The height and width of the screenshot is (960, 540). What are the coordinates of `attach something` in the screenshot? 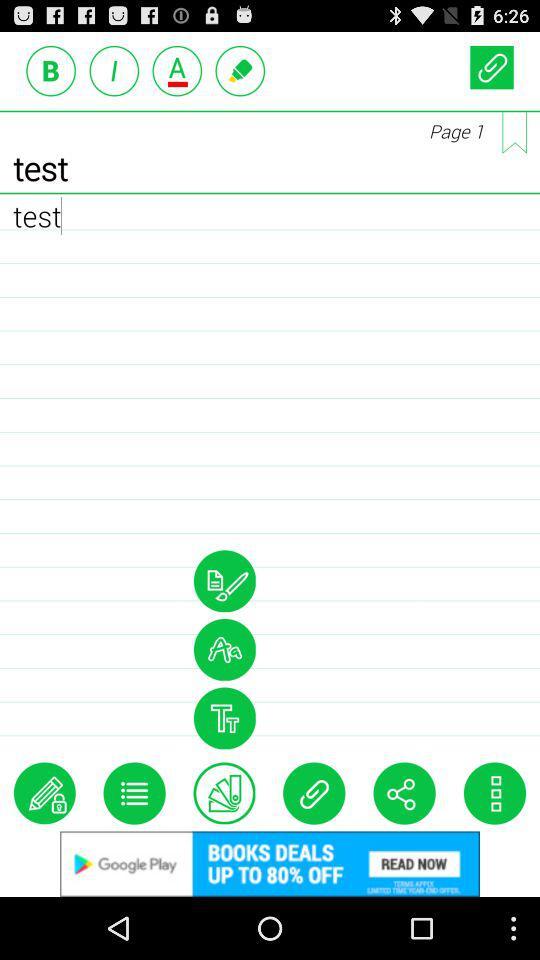 It's located at (314, 793).